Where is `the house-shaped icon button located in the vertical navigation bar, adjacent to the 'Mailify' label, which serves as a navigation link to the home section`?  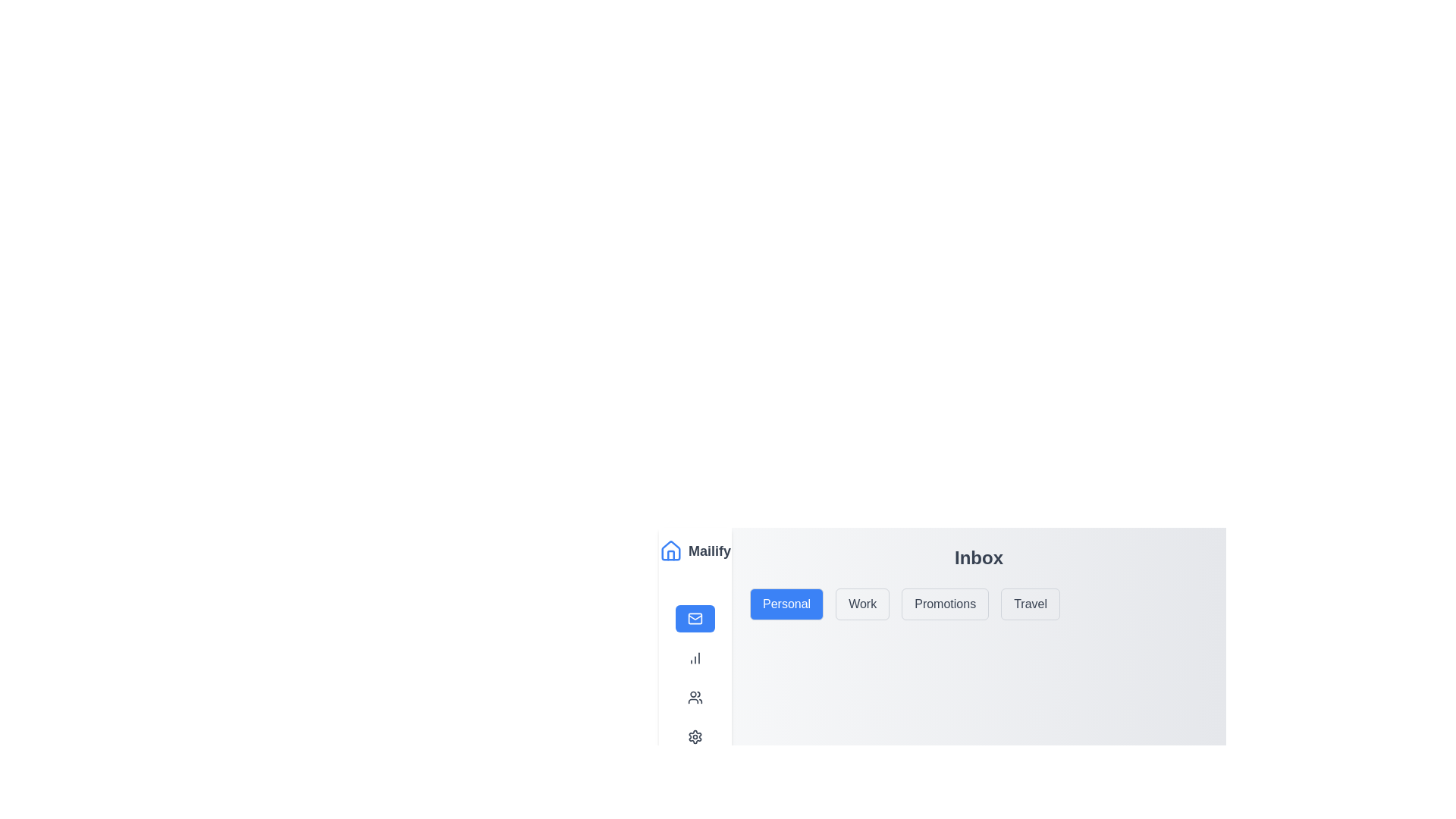
the house-shaped icon button located in the vertical navigation bar, adjacent to the 'Mailify' label, which serves as a navigation link to the home section is located at coordinates (670, 555).